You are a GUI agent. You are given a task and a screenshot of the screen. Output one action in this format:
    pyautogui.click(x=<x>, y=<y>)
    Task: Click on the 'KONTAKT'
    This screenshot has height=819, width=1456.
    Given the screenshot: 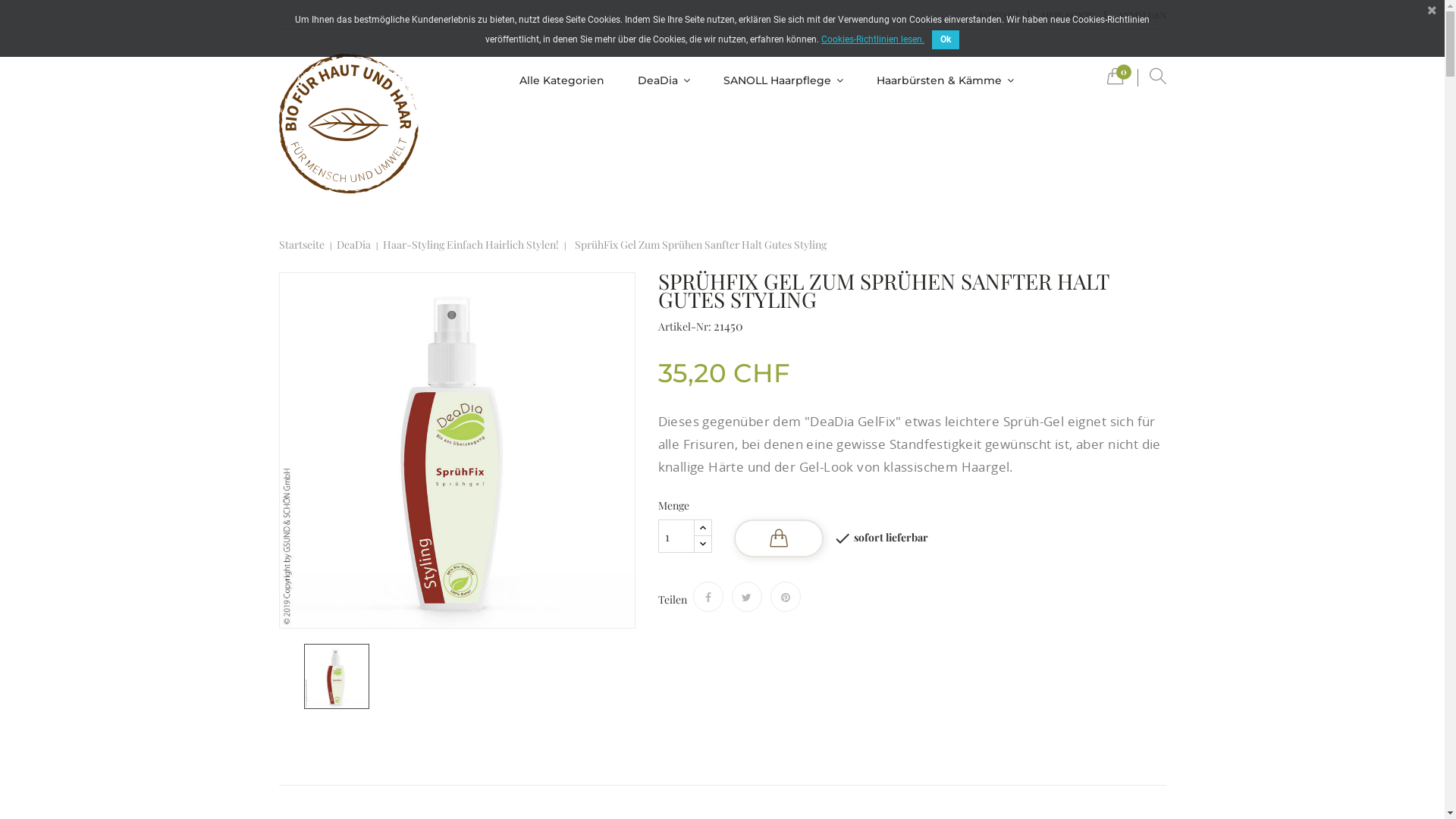 What is the action you would take?
    pyautogui.click(x=968, y=15)
    